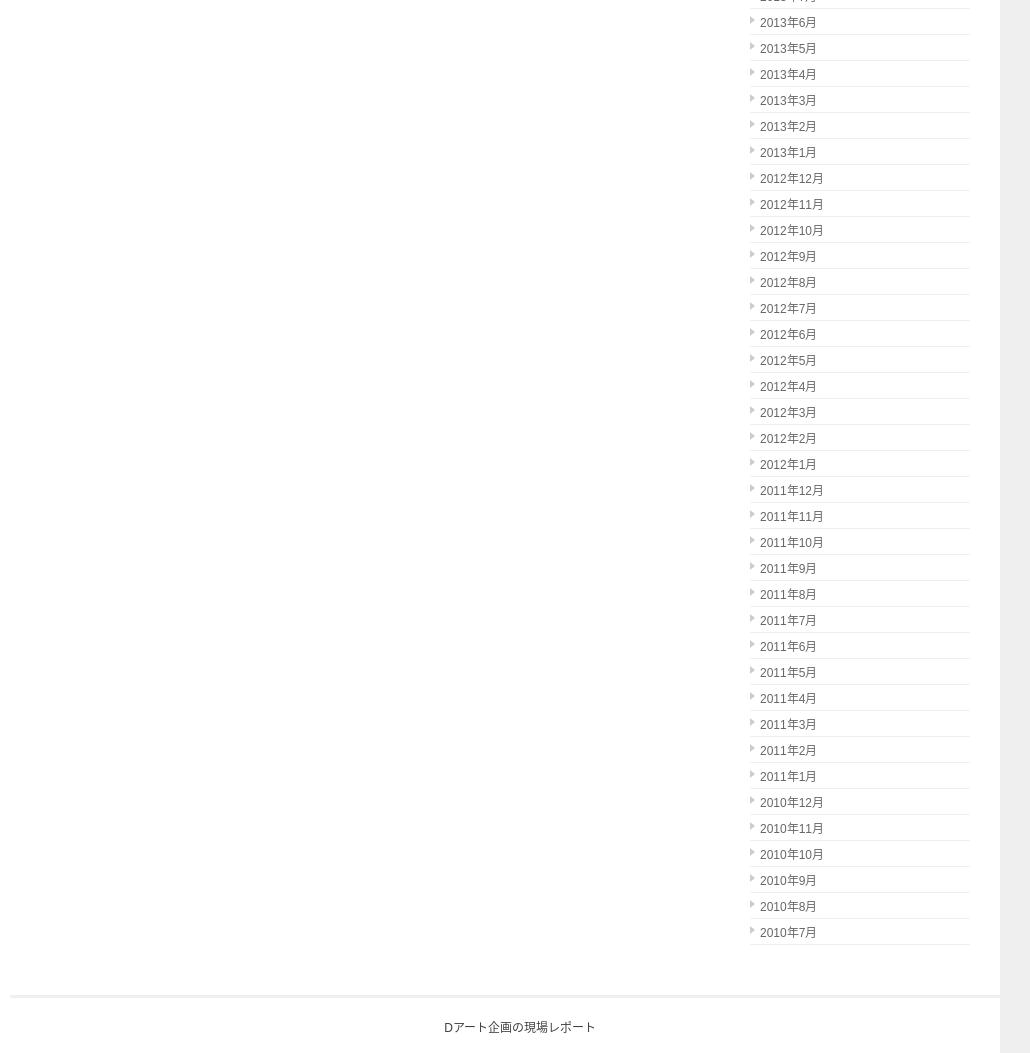  I want to click on '2010年8月', so click(787, 906).